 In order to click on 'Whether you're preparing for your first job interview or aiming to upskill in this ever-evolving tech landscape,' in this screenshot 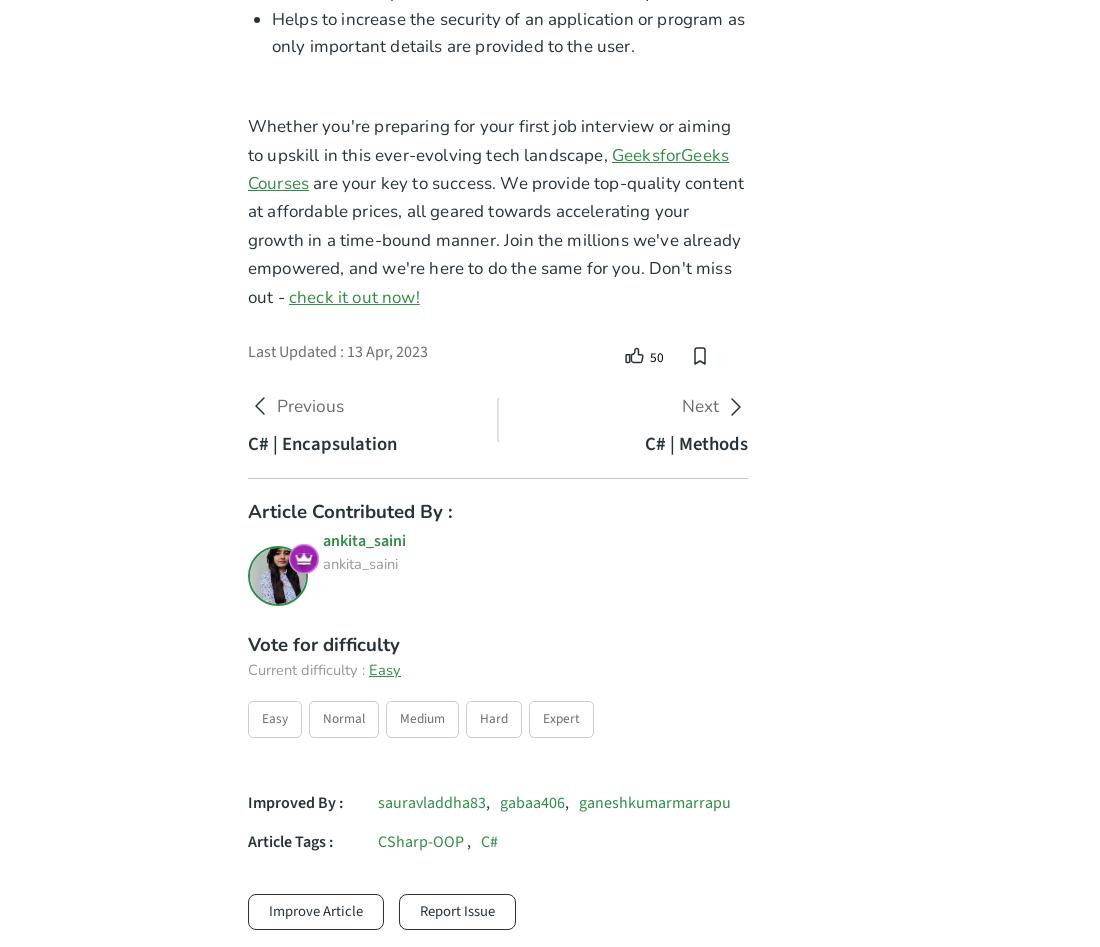, I will do `click(489, 139)`.